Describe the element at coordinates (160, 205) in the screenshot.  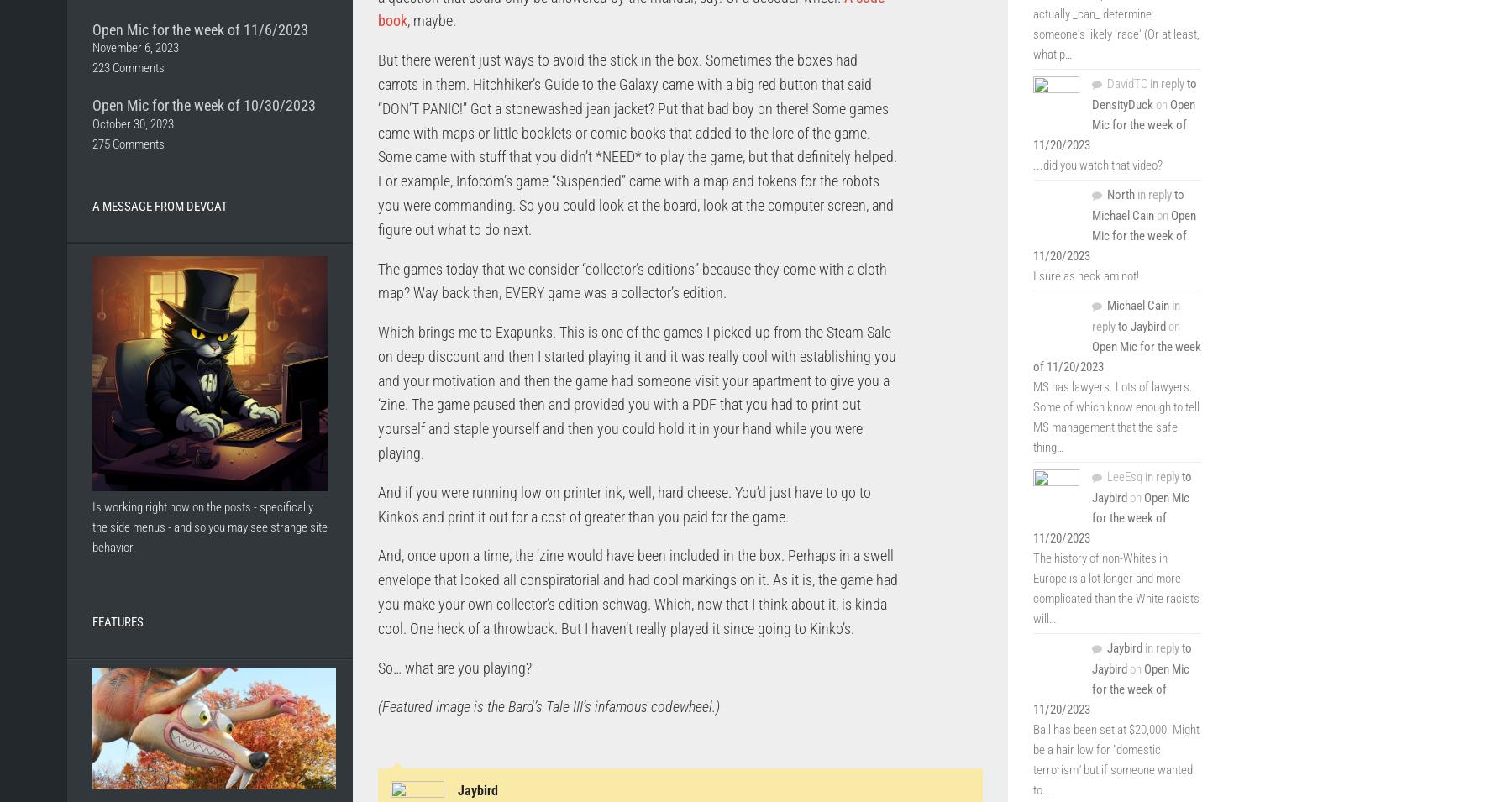
I see `'A Message From Devcat'` at that location.